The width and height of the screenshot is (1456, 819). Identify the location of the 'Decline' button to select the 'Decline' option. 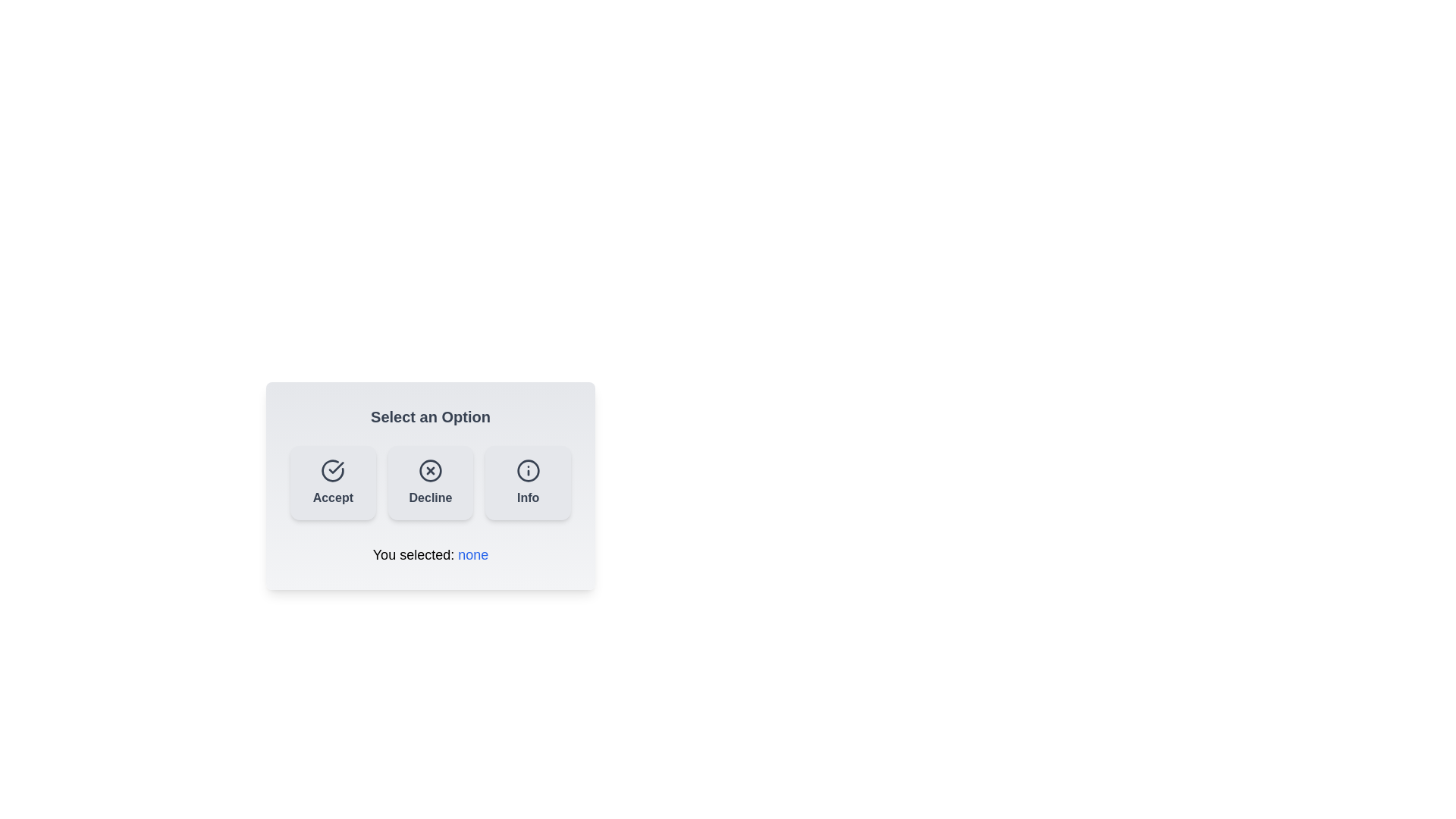
(429, 482).